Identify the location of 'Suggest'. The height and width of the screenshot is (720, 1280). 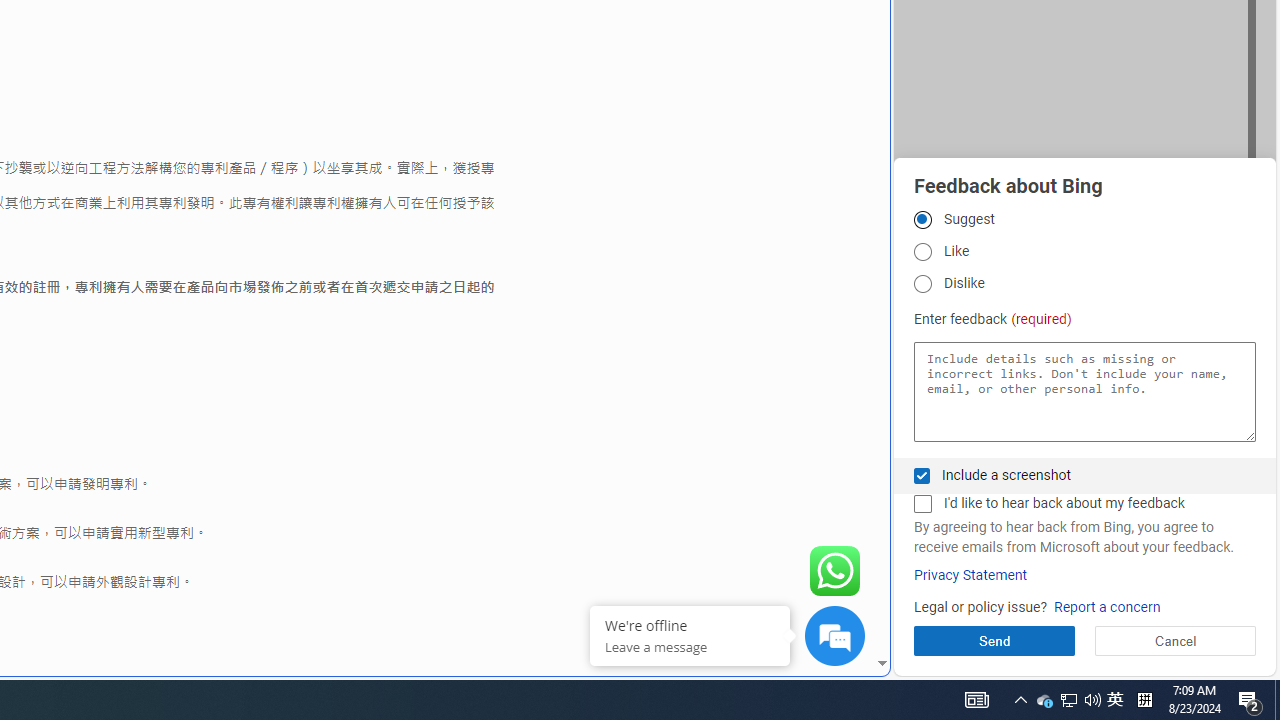
(921, 219).